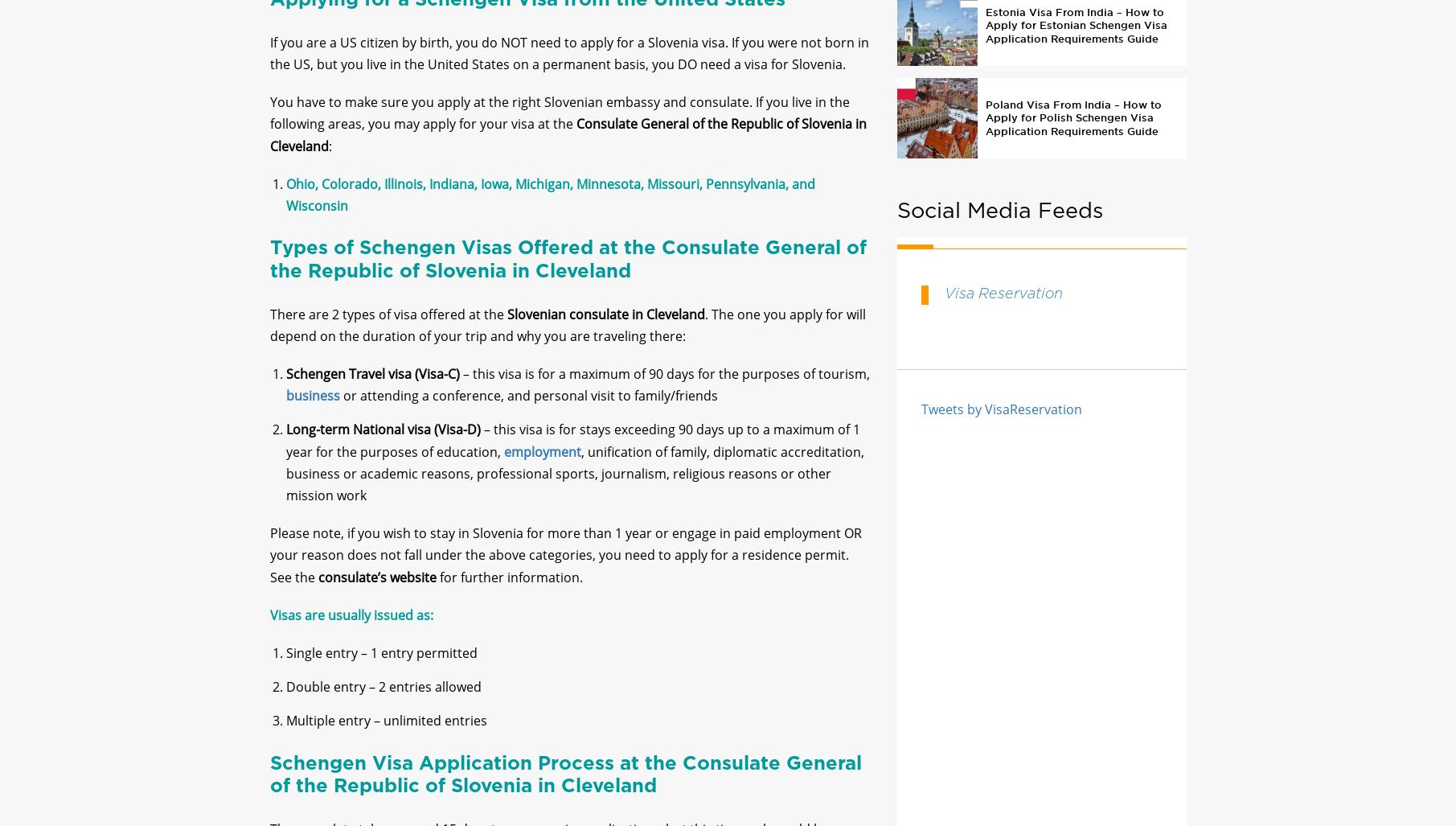  What do you see at coordinates (663, 387) in the screenshot?
I see `'– this visa is for a maximum of 90 days for the purposes of tourism,'` at bounding box center [663, 387].